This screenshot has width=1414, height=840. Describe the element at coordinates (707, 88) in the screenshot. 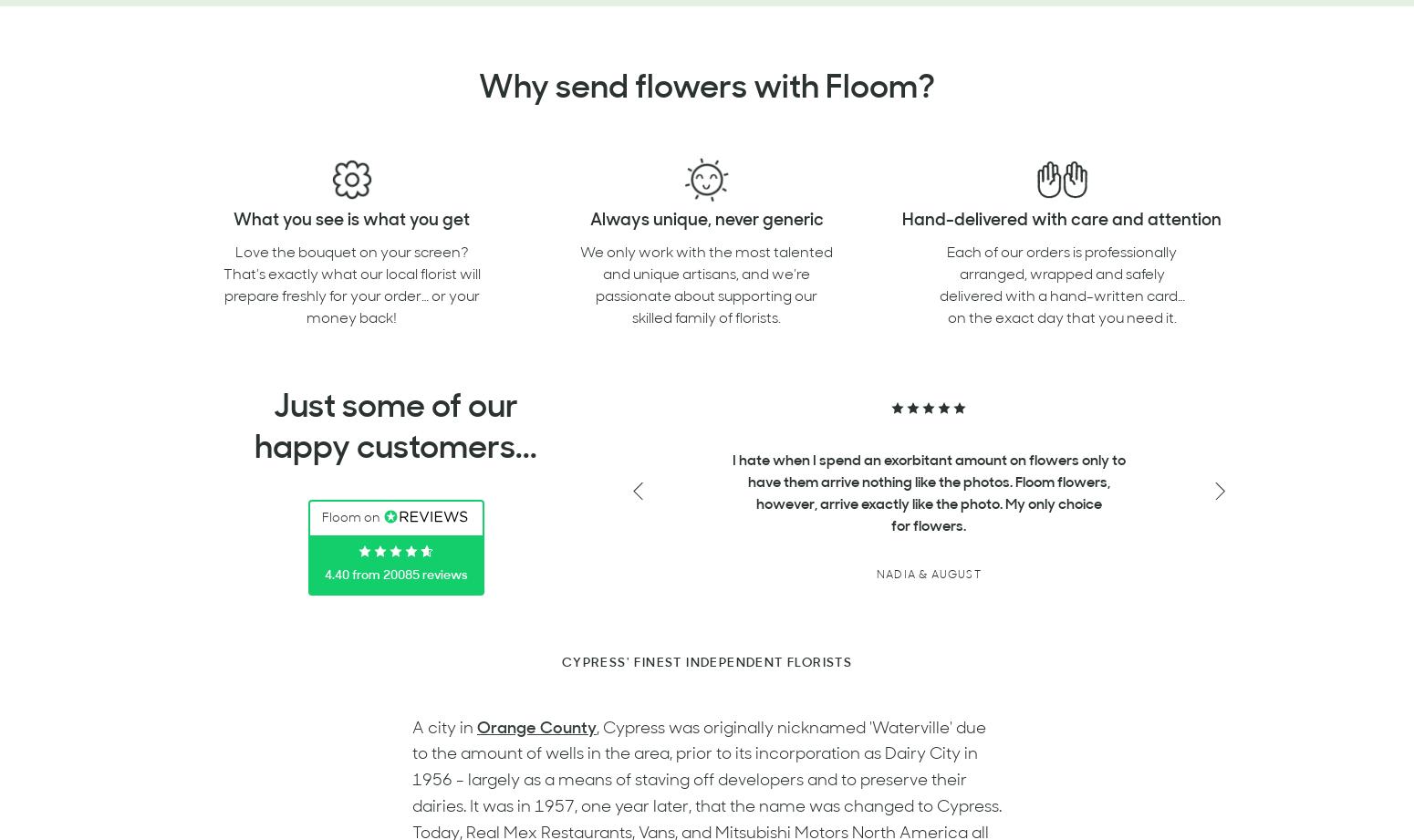

I see `'Why send flowers with Floom?'` at that location.